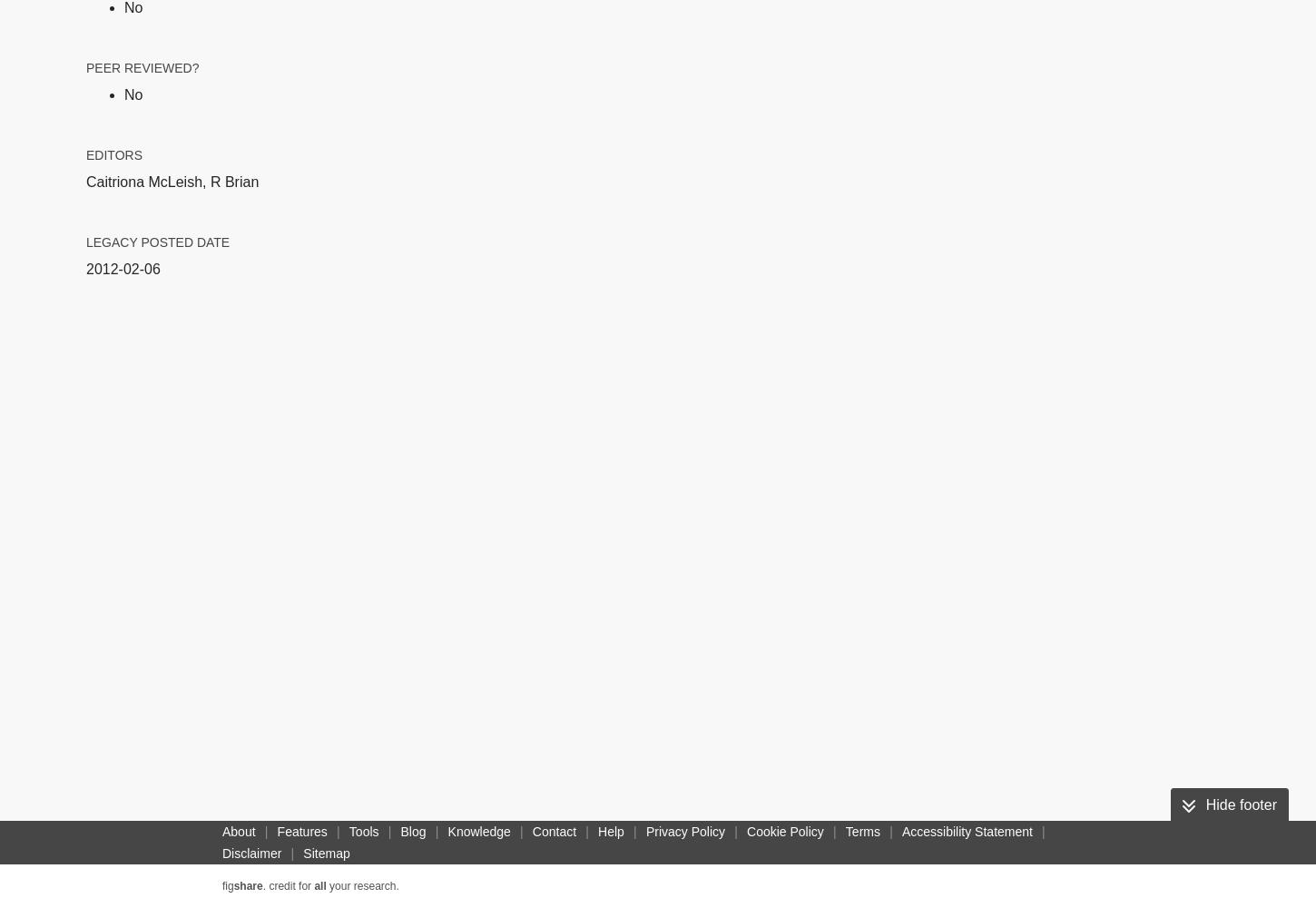 Image resolution: width=1316 pixels, height=908 pixels. What do you see at coordinates (239, 832) in the screenshot?
I see `'About'` at bounding box center [239, 832].